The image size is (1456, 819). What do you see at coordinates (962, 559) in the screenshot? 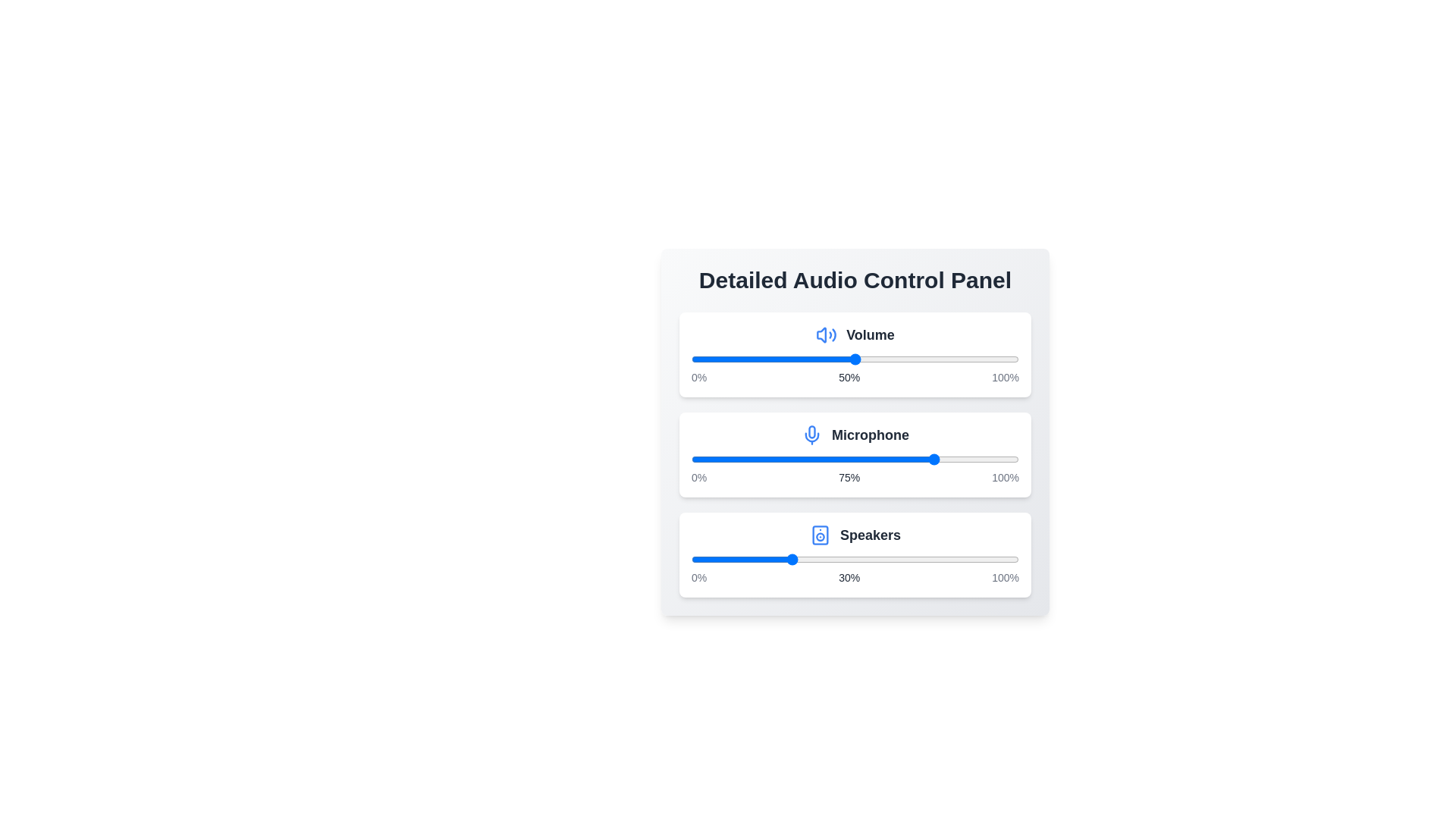
I see `the speaker level to 83% using the slider` at bounding box center [962, 559].